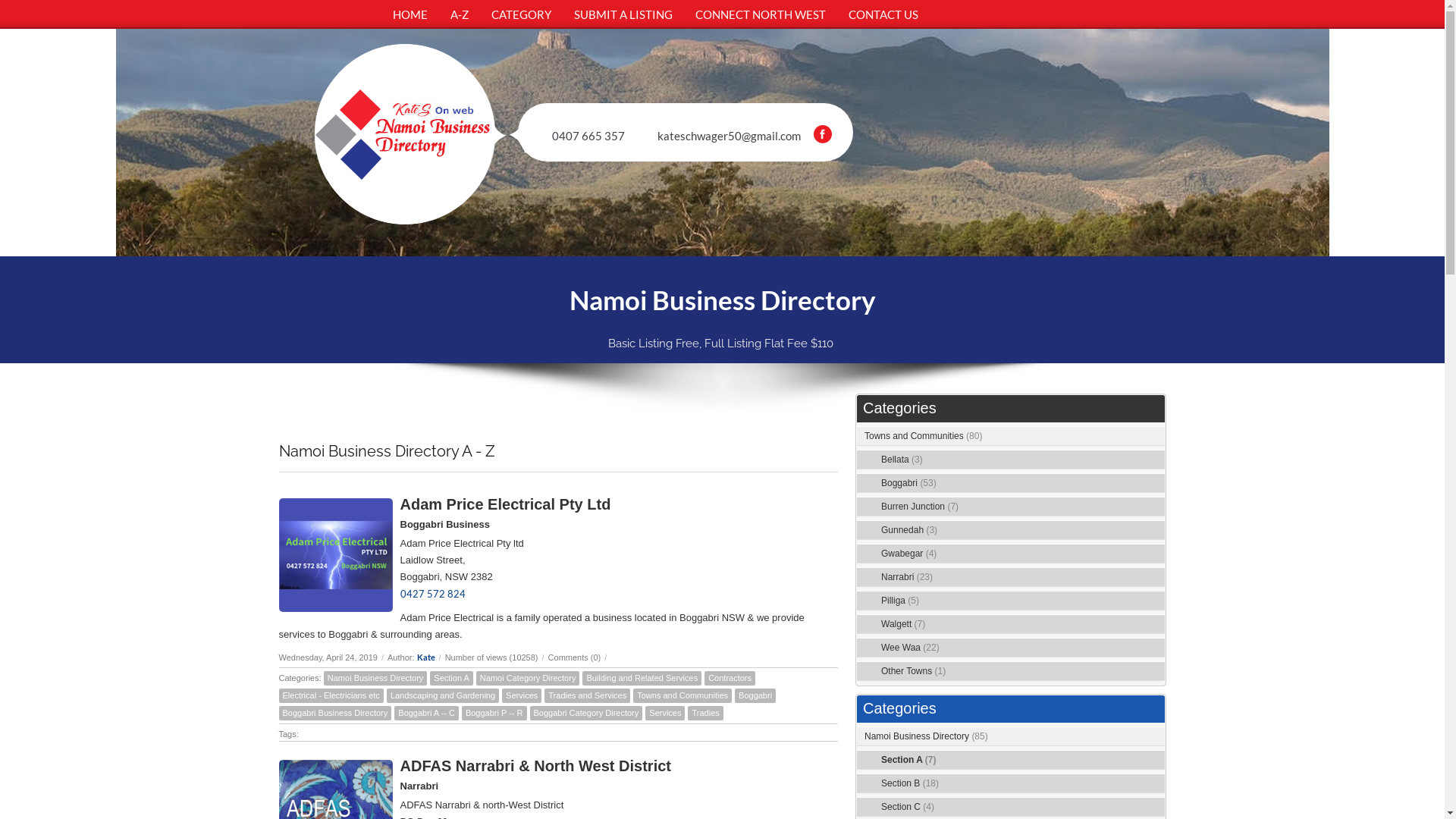 The image size is (1456, 819). Describe the element at coordinates (642, 677) in the screenshot. I see `'Building and Related Services'` at that location.